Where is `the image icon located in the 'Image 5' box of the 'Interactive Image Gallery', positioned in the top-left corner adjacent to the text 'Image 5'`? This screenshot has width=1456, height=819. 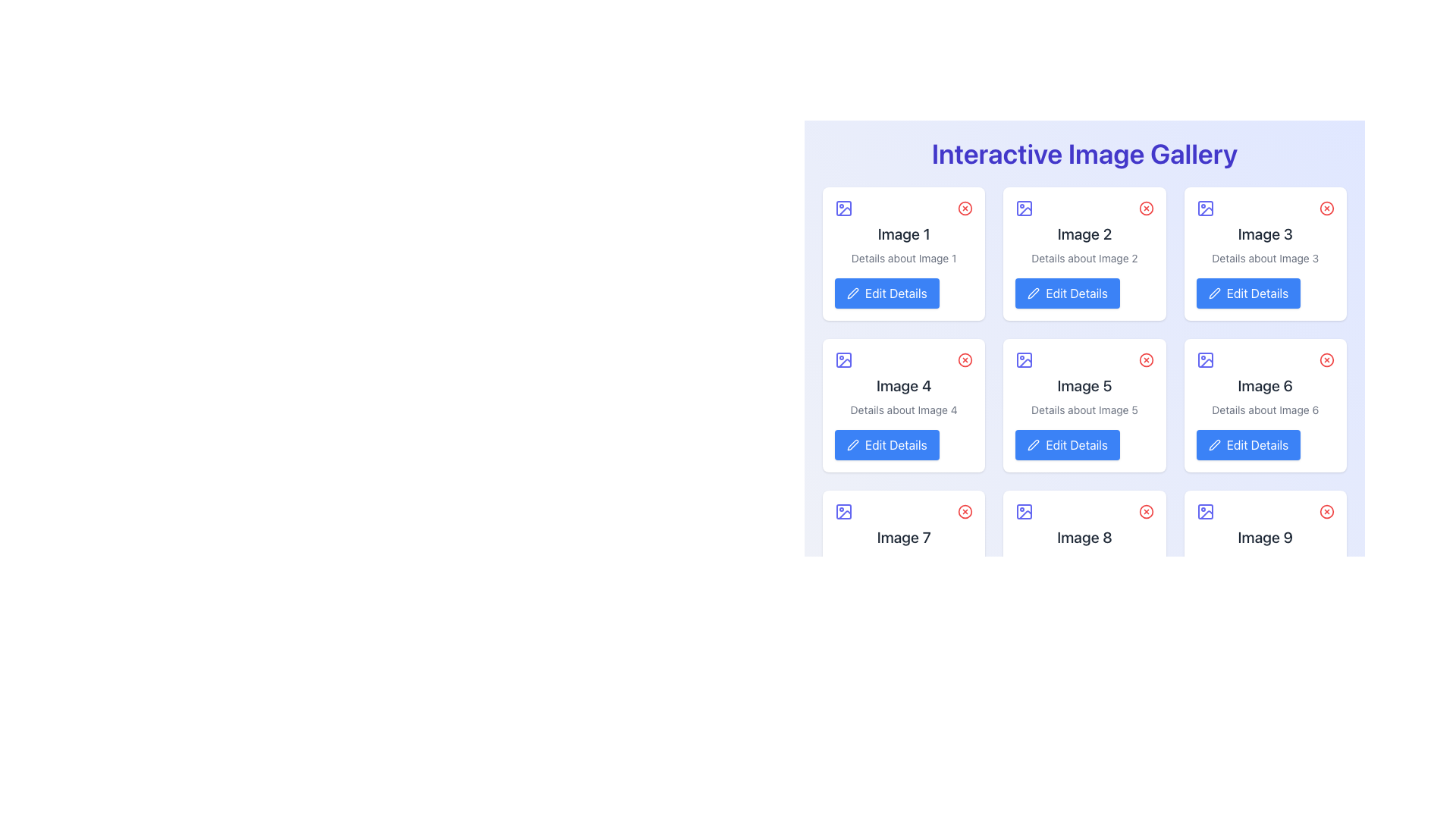 the image icon located in the 'Image 5' box of the 'Interactive Image Gallery', positioned in the top-left corner adjacent to the text 'Image 5' is located at coordinates (1025, 359).